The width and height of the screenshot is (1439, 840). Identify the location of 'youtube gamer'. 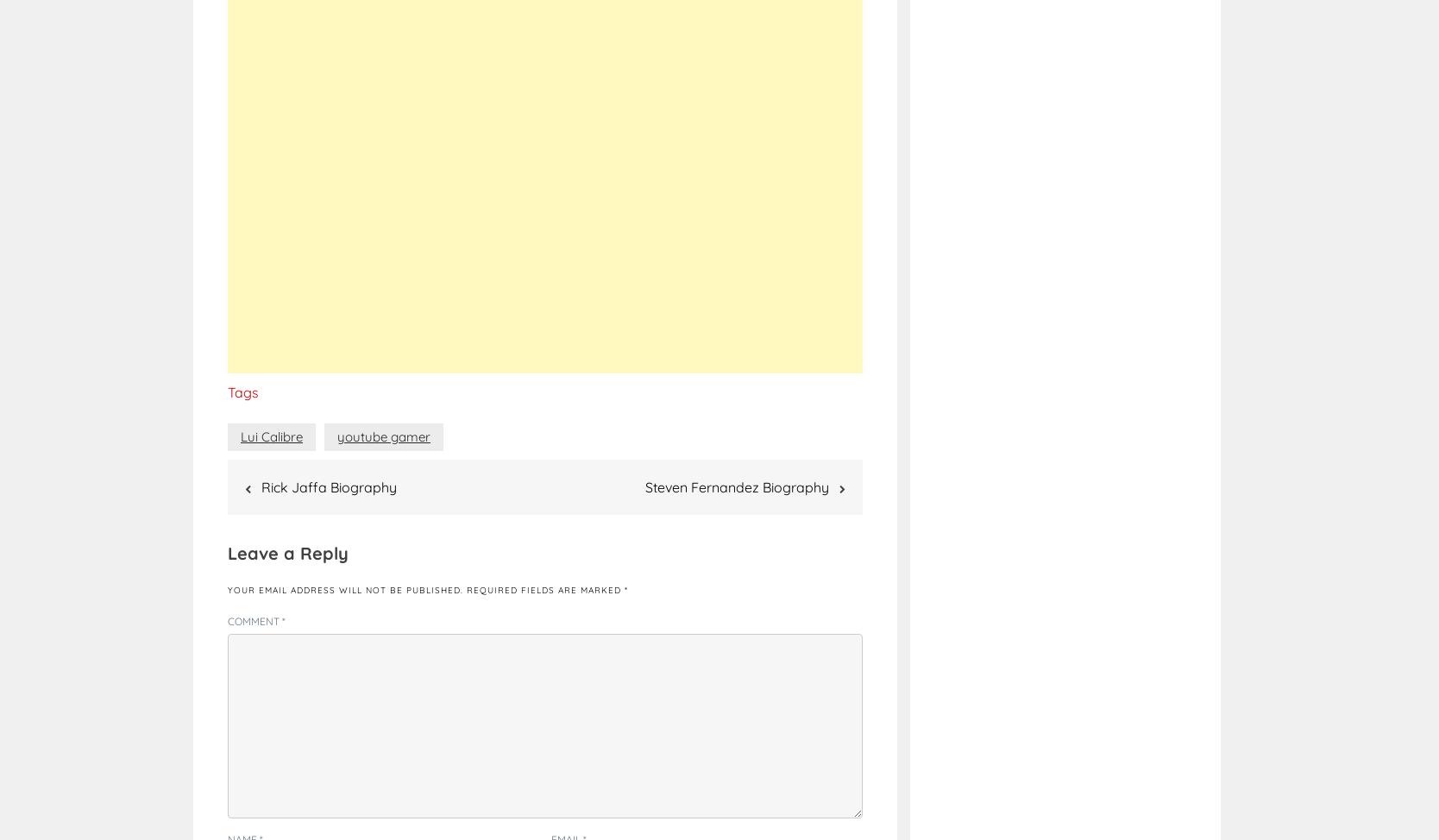
(384, 436).